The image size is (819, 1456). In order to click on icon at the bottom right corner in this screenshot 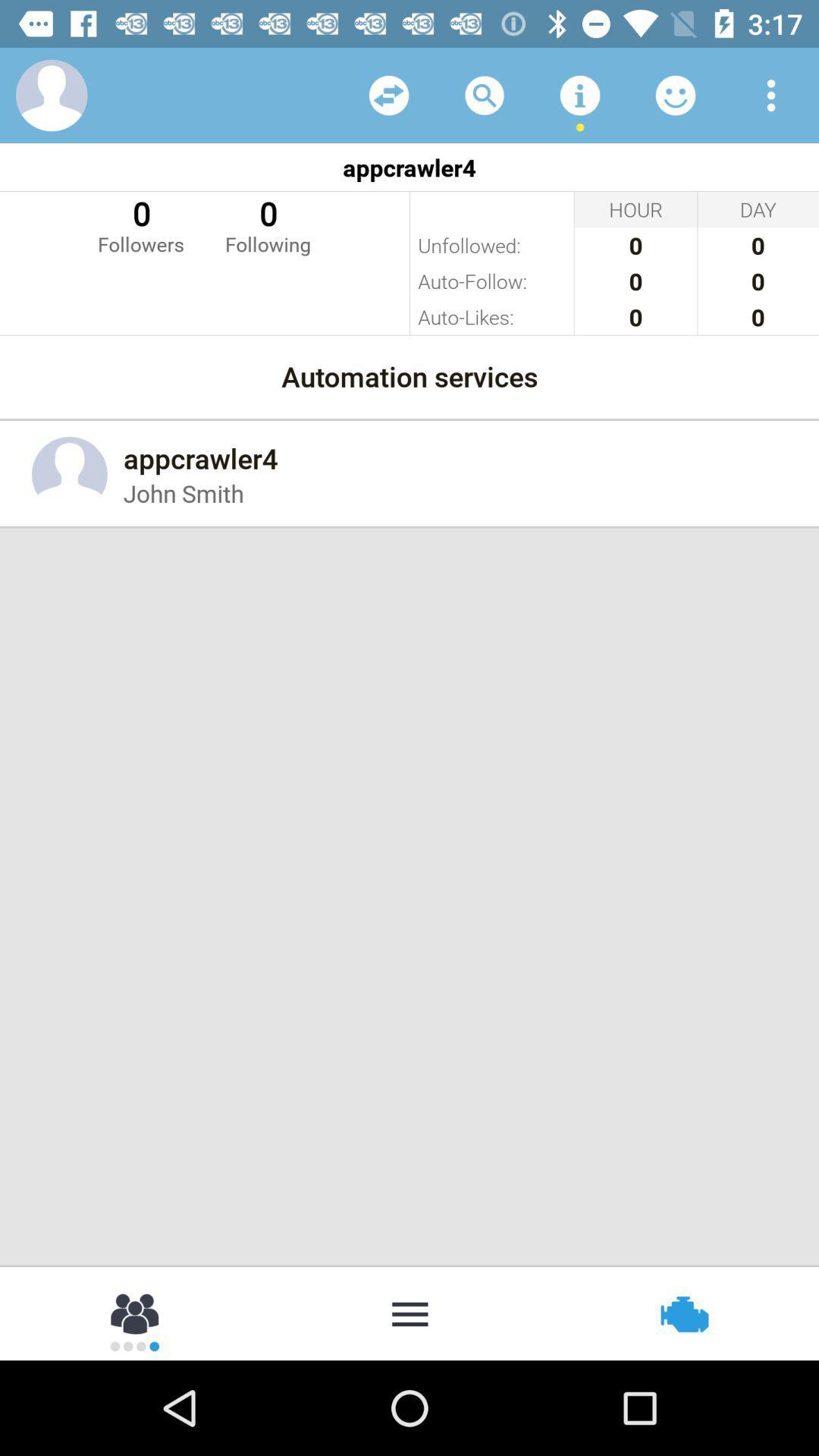, I will do `click(682, 1312)`.